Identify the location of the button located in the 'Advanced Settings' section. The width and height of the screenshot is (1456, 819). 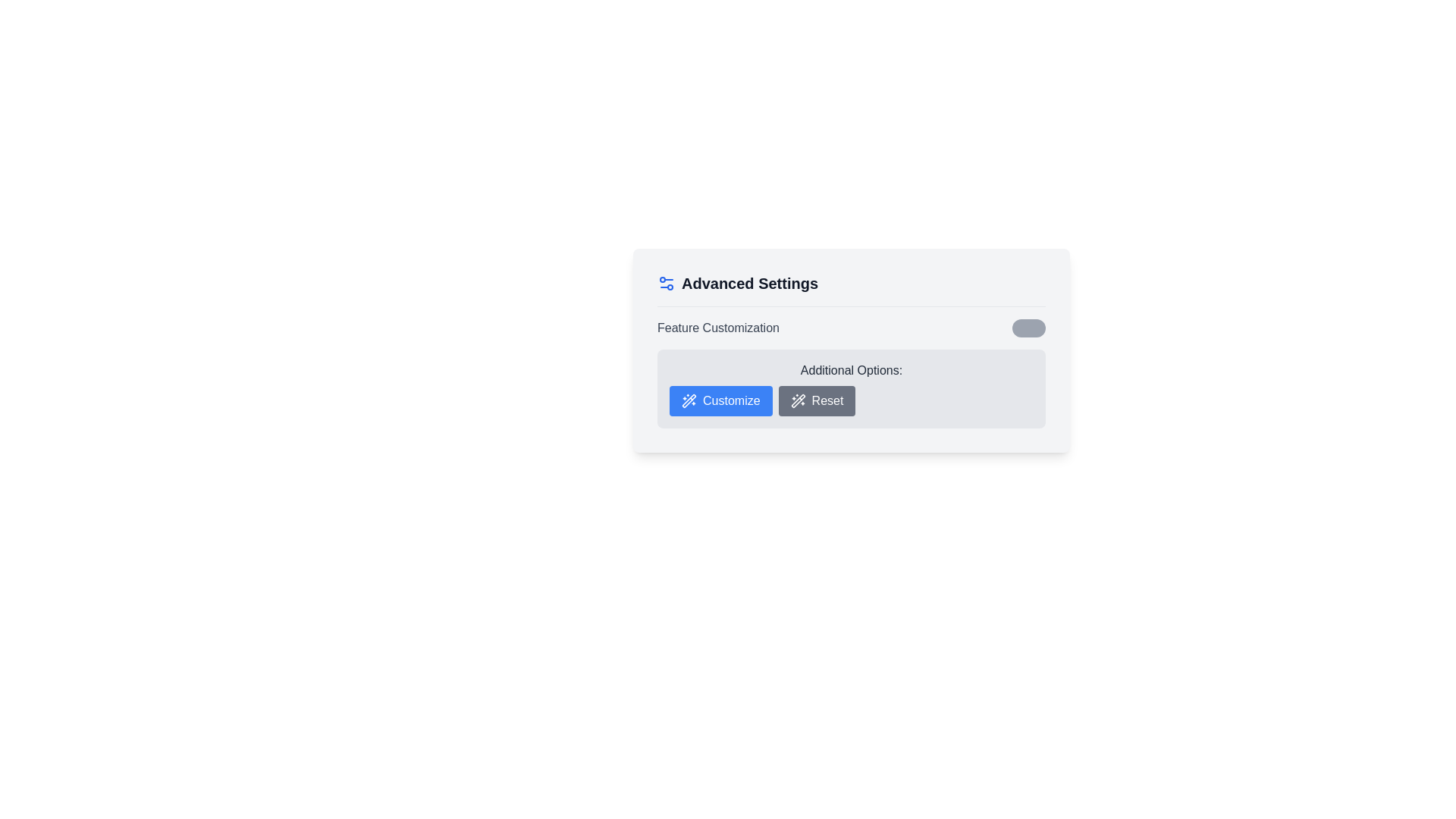
(720, 400).